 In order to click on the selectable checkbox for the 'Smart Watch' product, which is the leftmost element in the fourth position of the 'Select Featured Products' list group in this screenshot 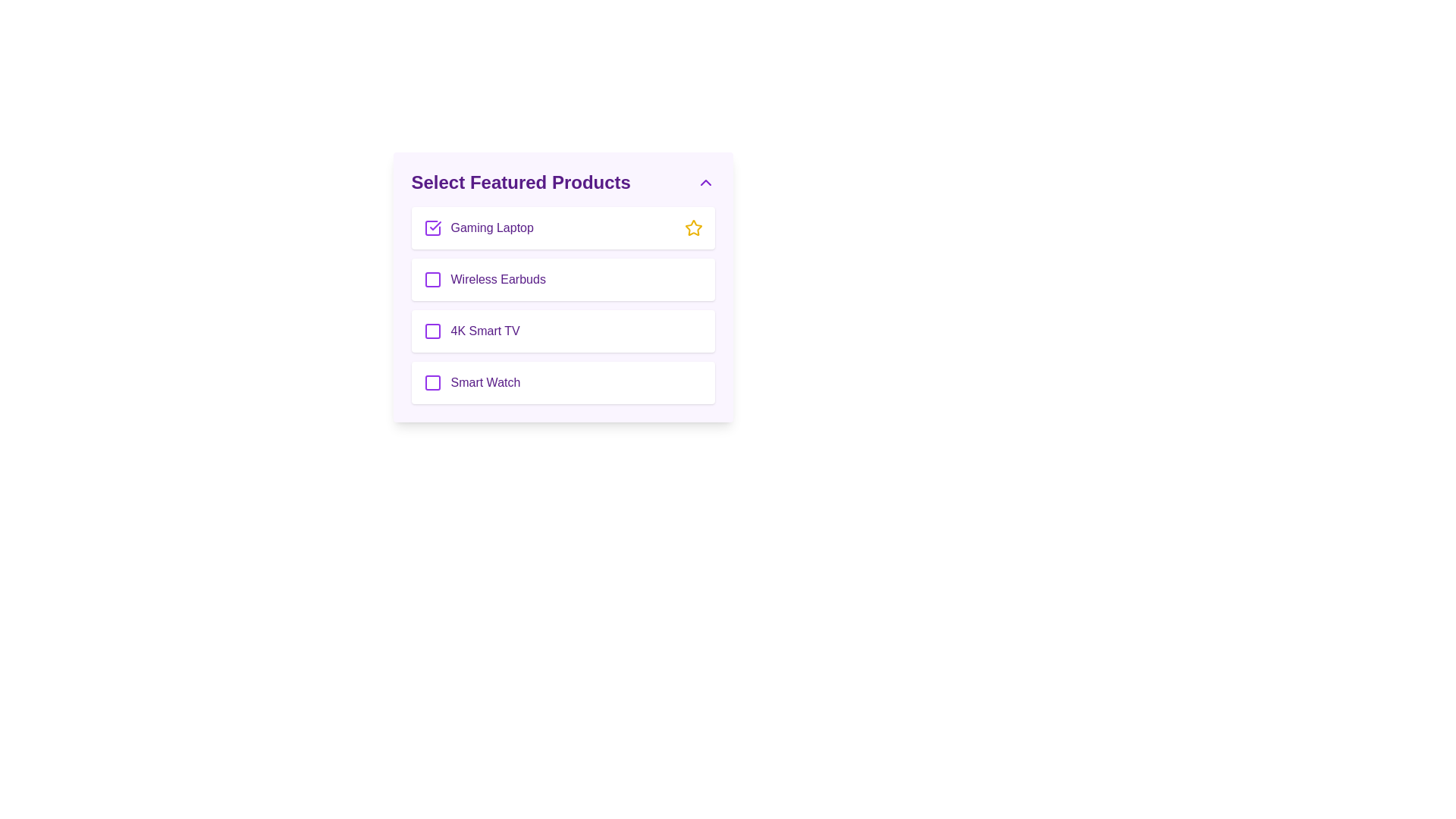, I will do `click(431, 382)`.